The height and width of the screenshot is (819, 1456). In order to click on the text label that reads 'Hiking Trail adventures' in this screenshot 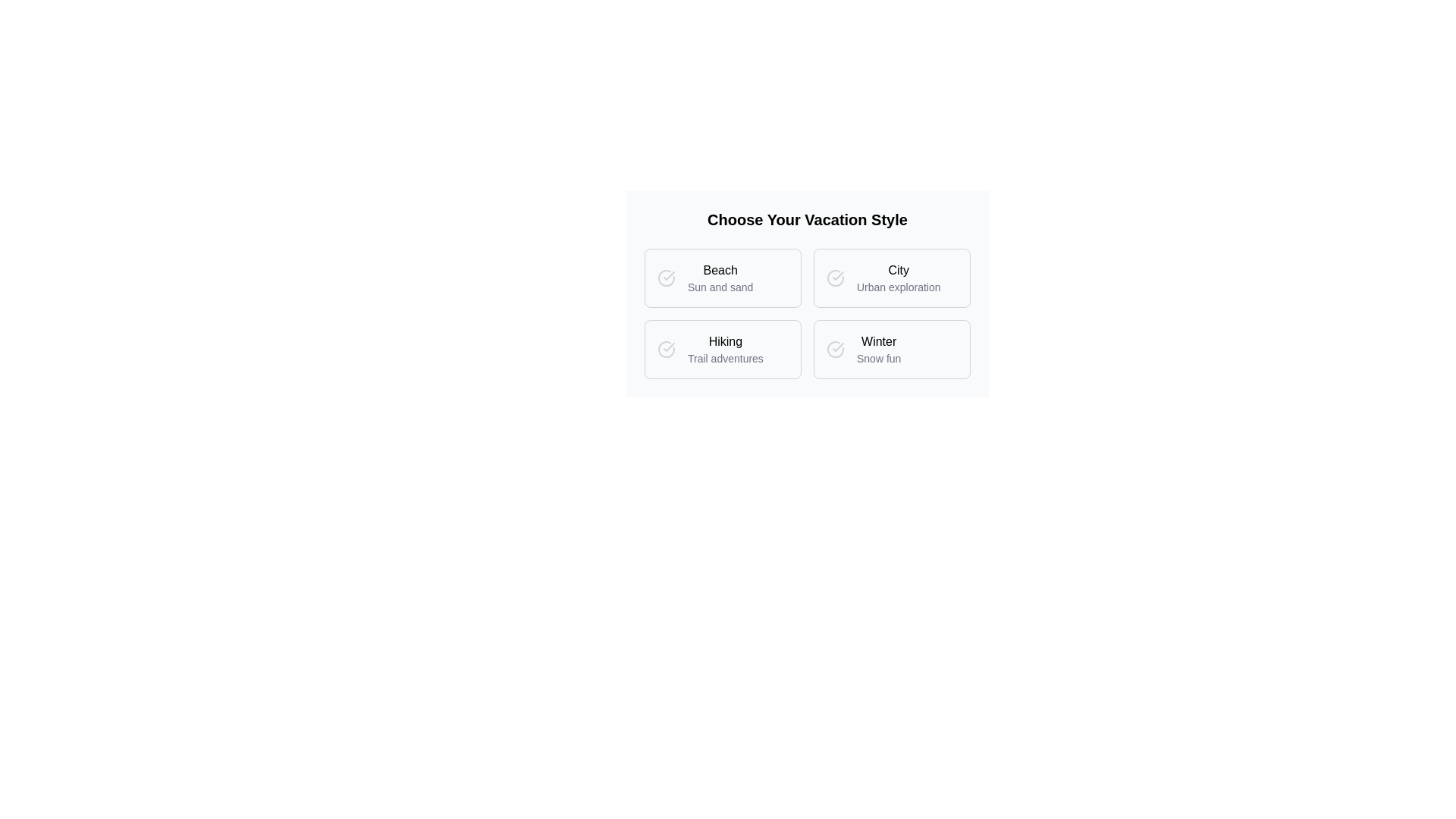, I will do `click(724, 350)`.